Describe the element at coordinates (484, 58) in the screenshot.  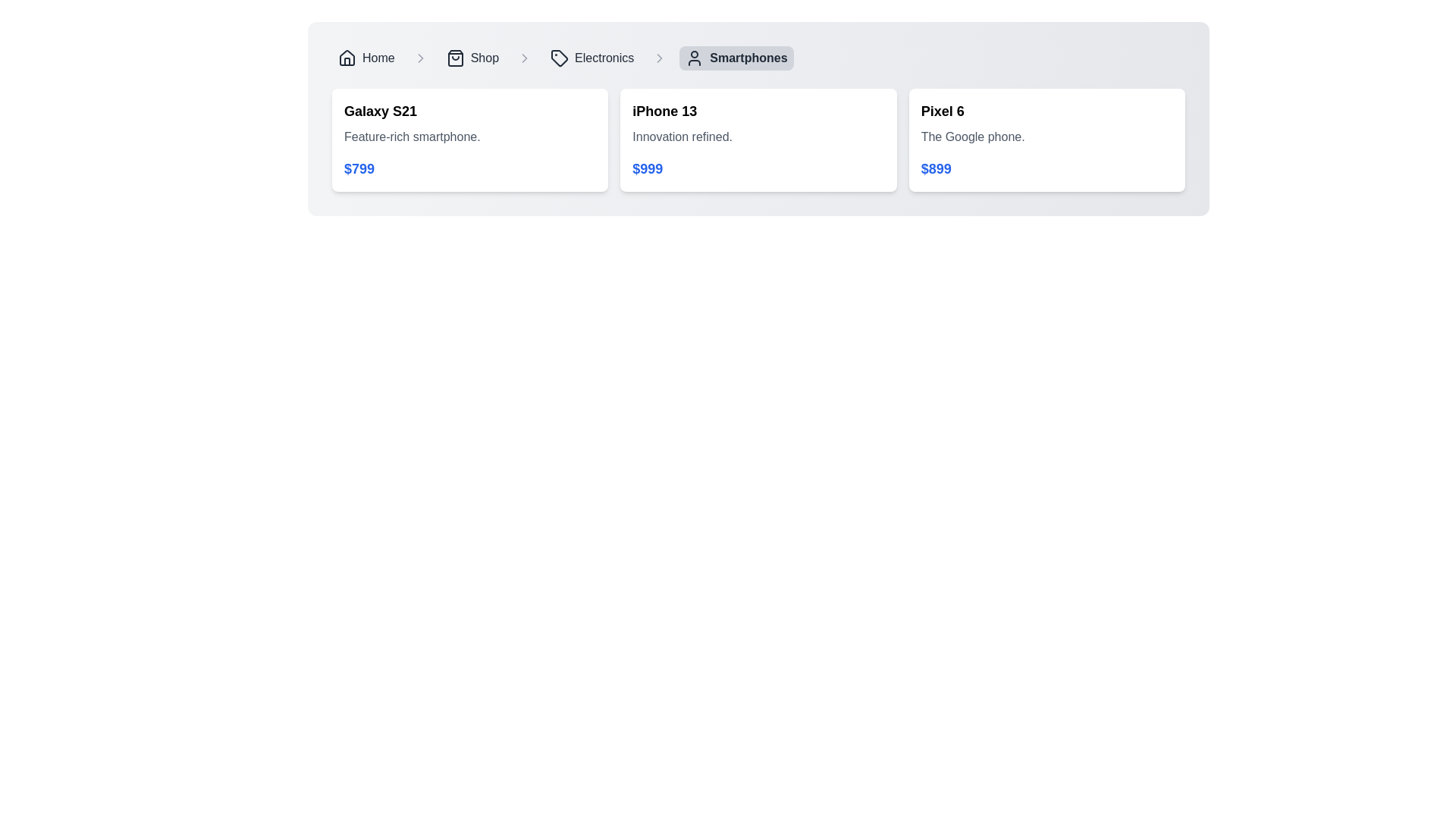
I see `the 'Shop' text label in the breadcrumb navigation bar` at that location.